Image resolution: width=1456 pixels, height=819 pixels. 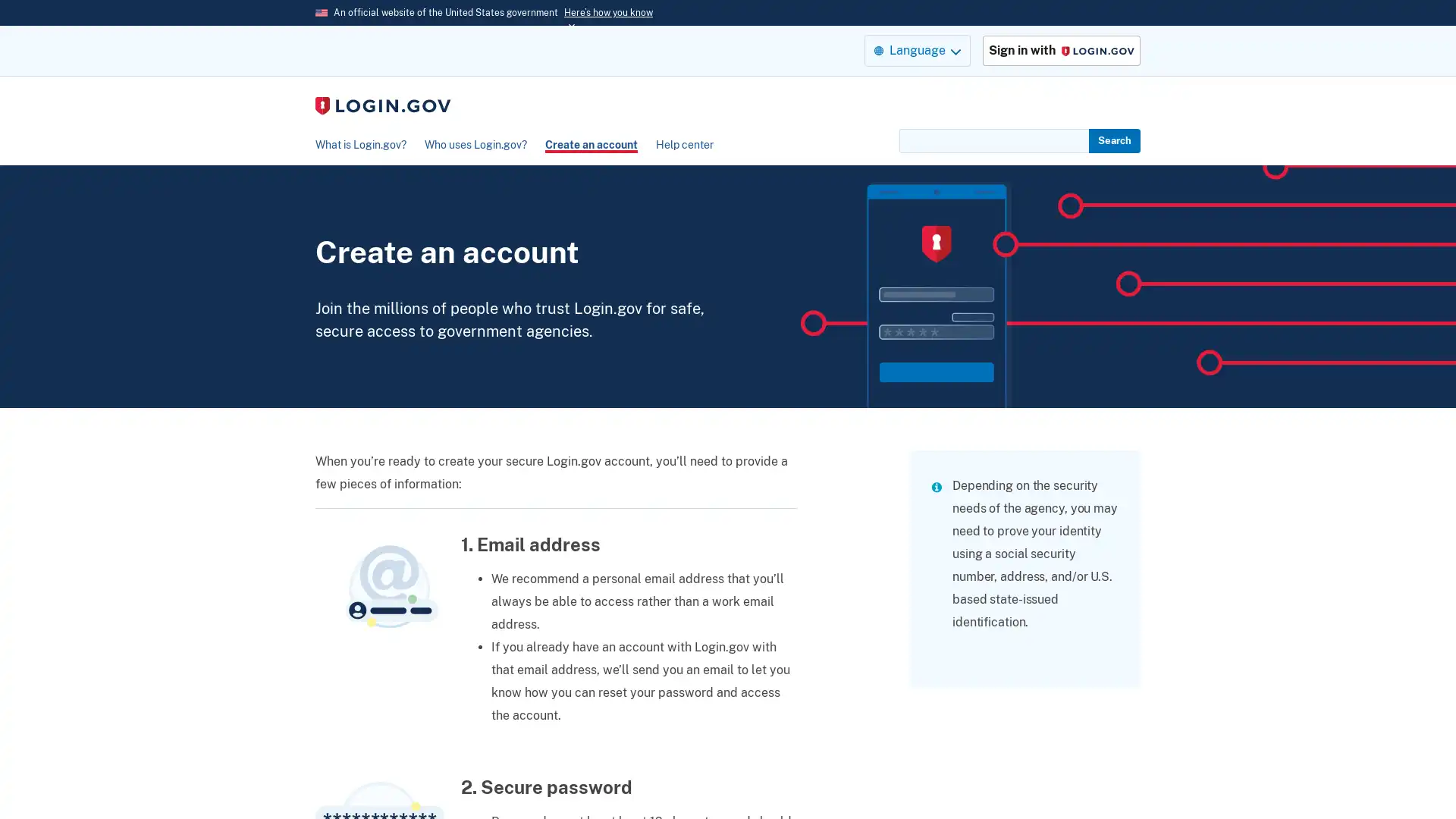 I want to click on Language, so click(x=916, y=49).